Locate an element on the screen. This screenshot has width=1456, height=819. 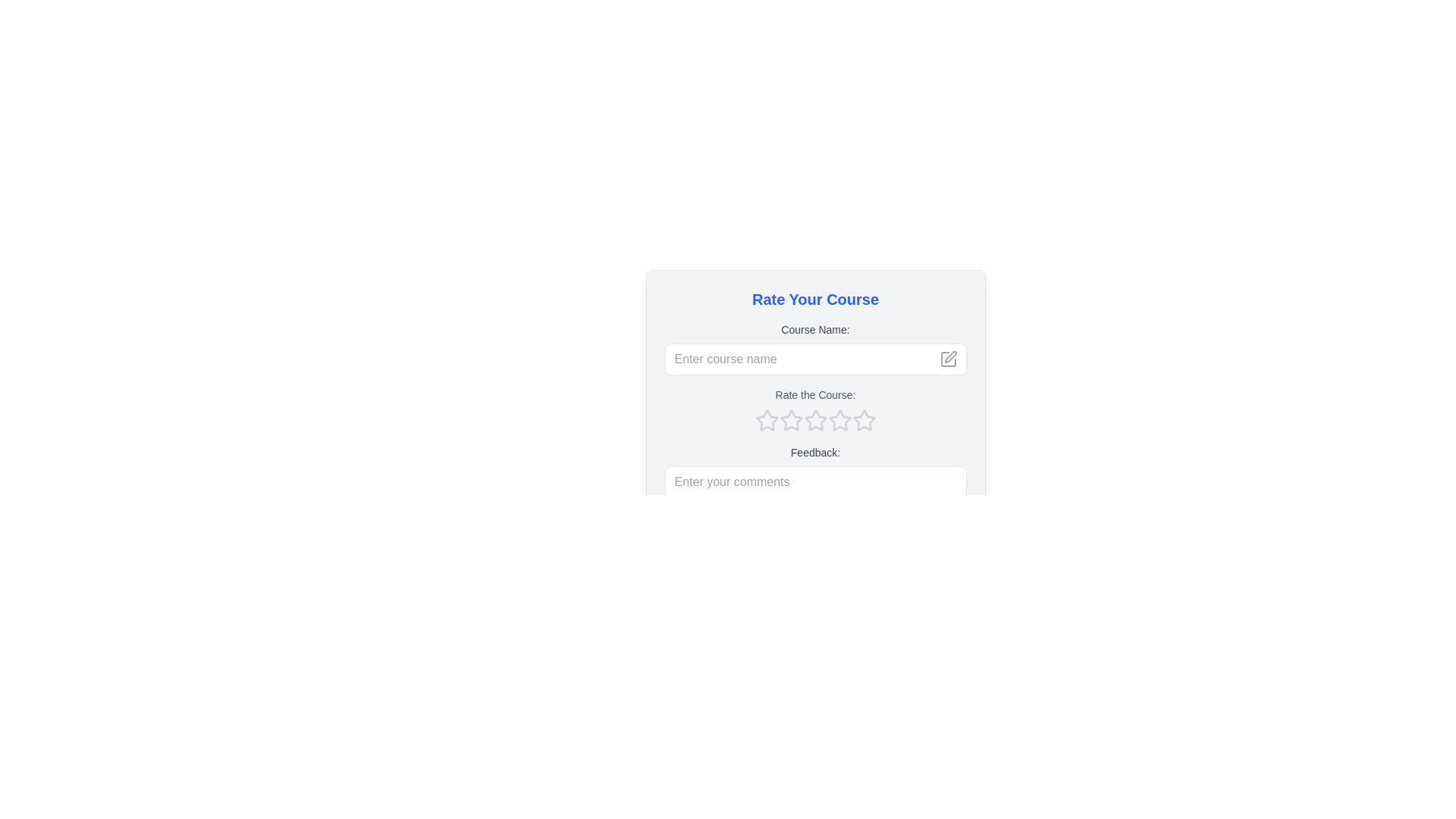
the third star icon in the five-star rating system below the text 'Rate the Course' is located at coordinates (814, 420).